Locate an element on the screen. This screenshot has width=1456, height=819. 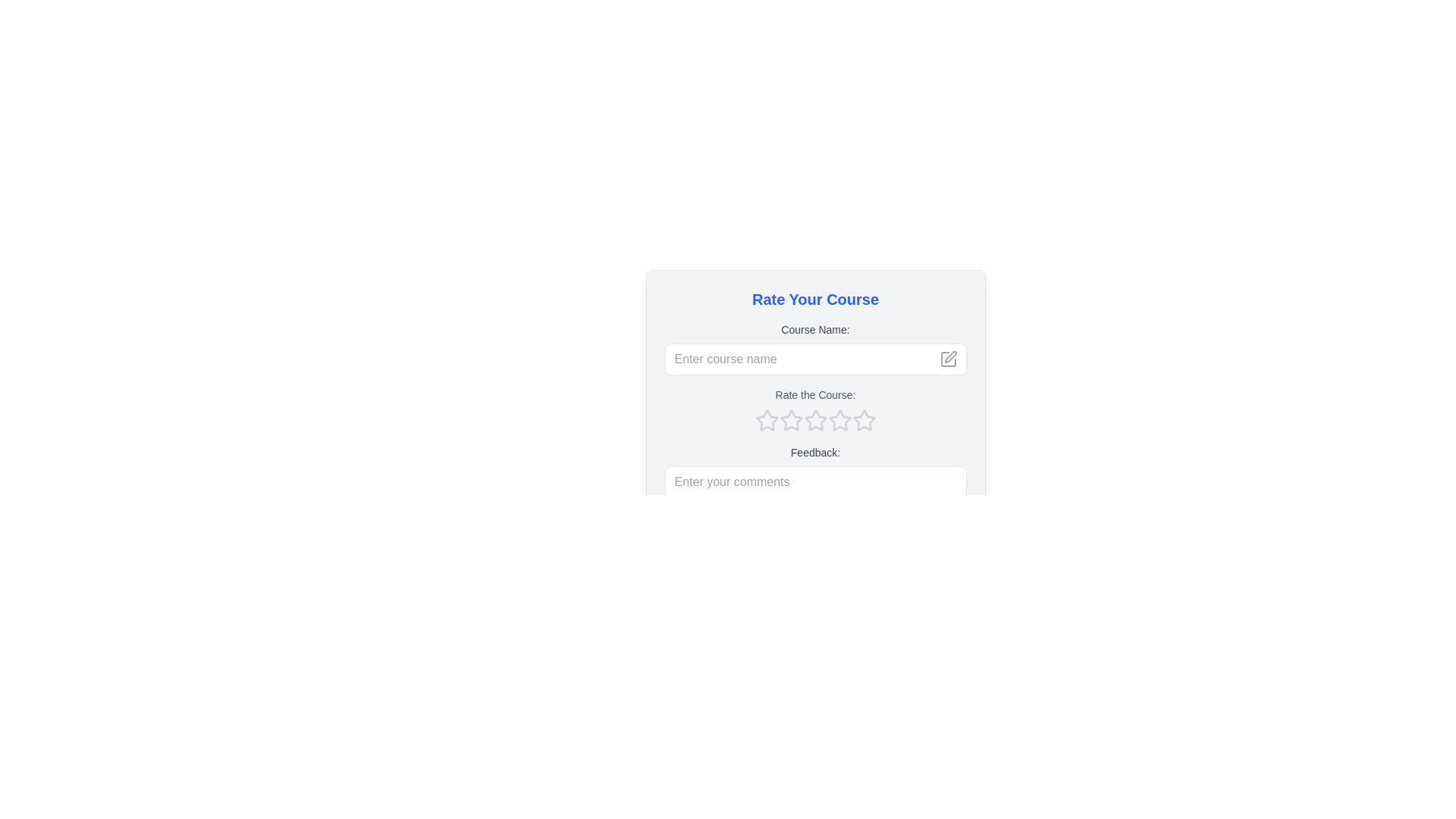
the third star icon in the five-star rating system below the text 'Rate the Course' is located at coordinates (814, 420).